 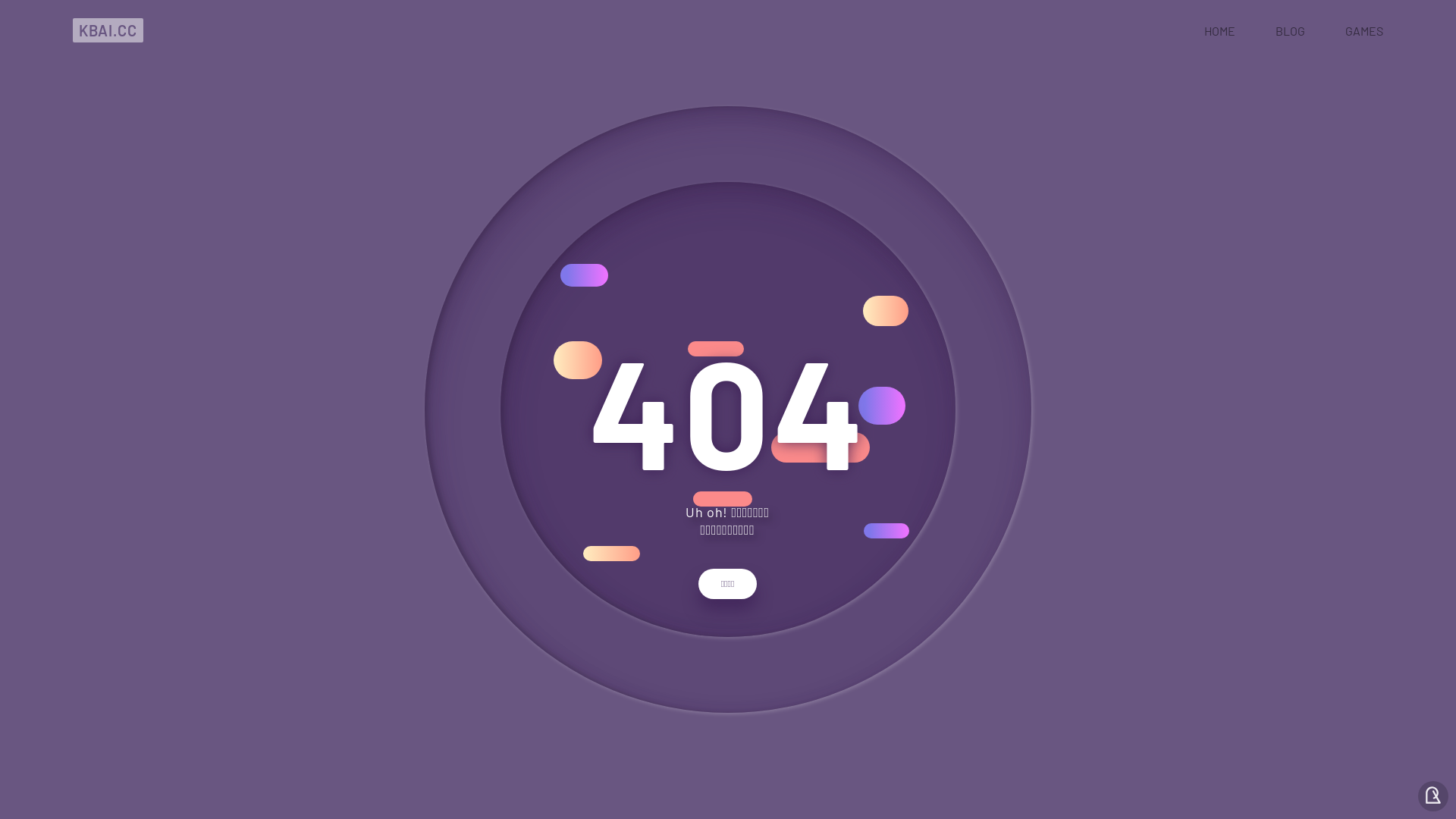 What do you see at coordinates (1219, 30) in the screenshot?
I see `'HOME'` at bounding box center [1219, 30].